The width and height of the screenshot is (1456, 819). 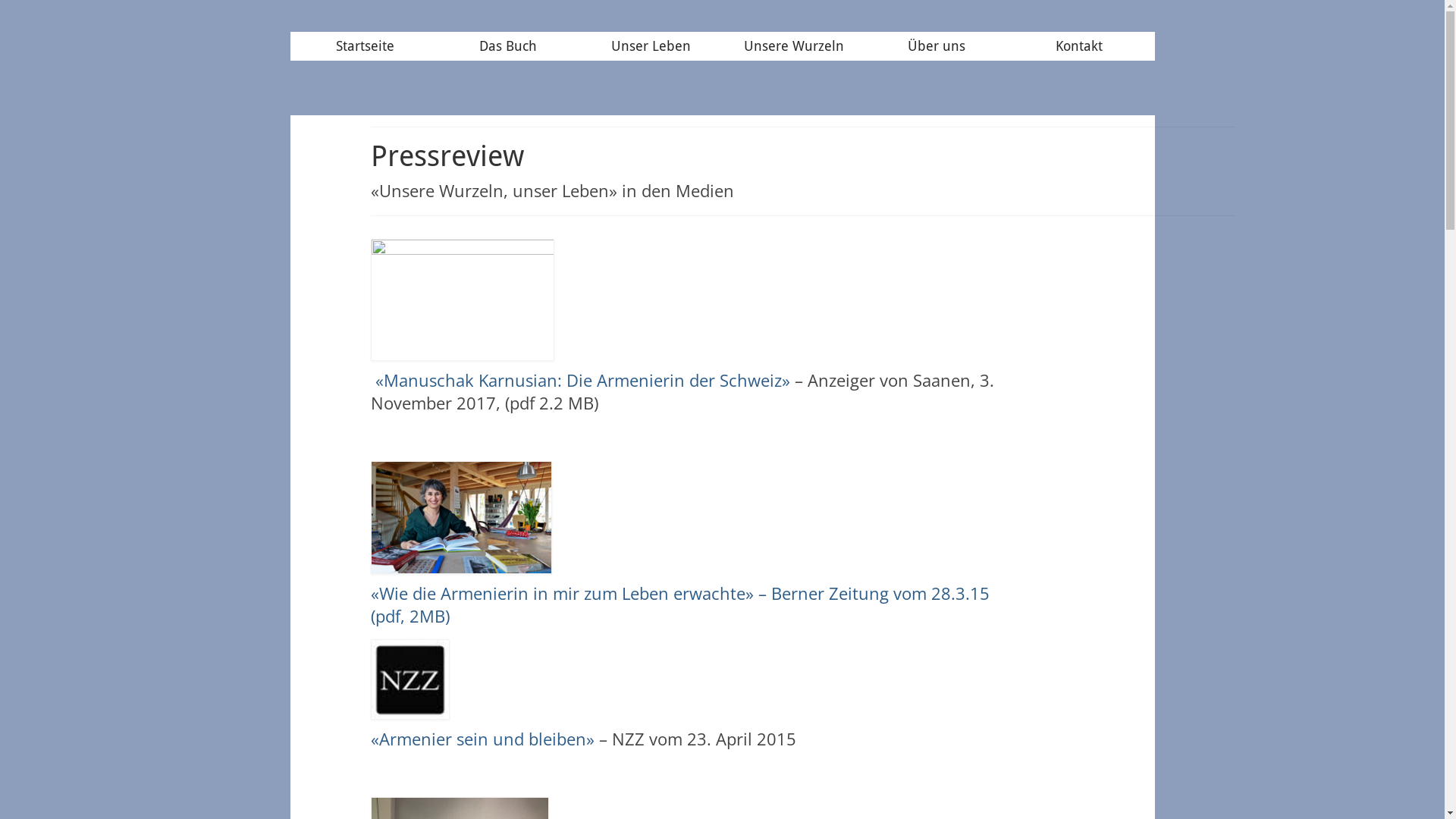 I want to click on 'Unser Leben', so click(x=651, y=45).